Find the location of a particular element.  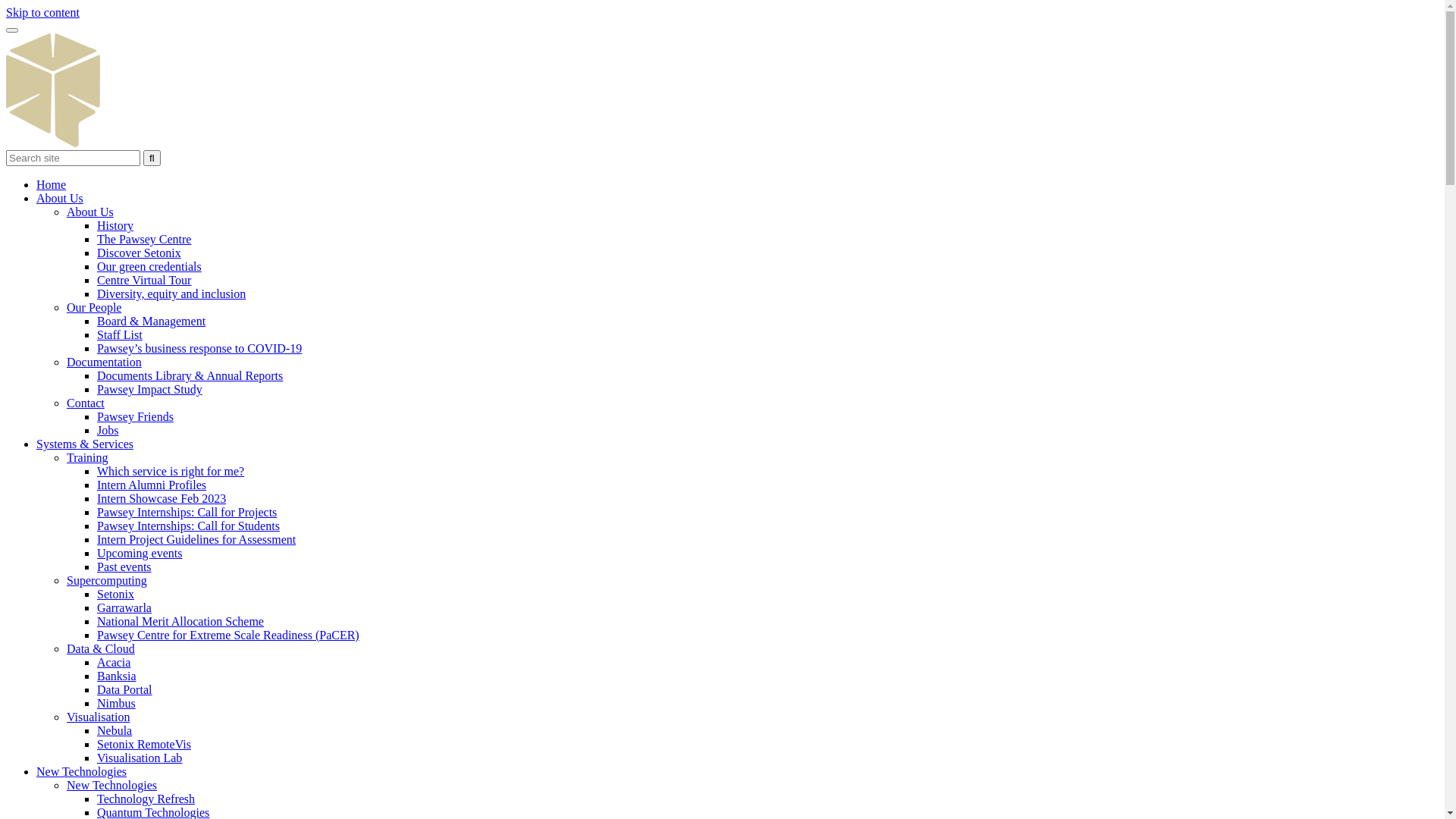

'Pawsey Internships: Call for Students' is located at coordinates (96, 525).